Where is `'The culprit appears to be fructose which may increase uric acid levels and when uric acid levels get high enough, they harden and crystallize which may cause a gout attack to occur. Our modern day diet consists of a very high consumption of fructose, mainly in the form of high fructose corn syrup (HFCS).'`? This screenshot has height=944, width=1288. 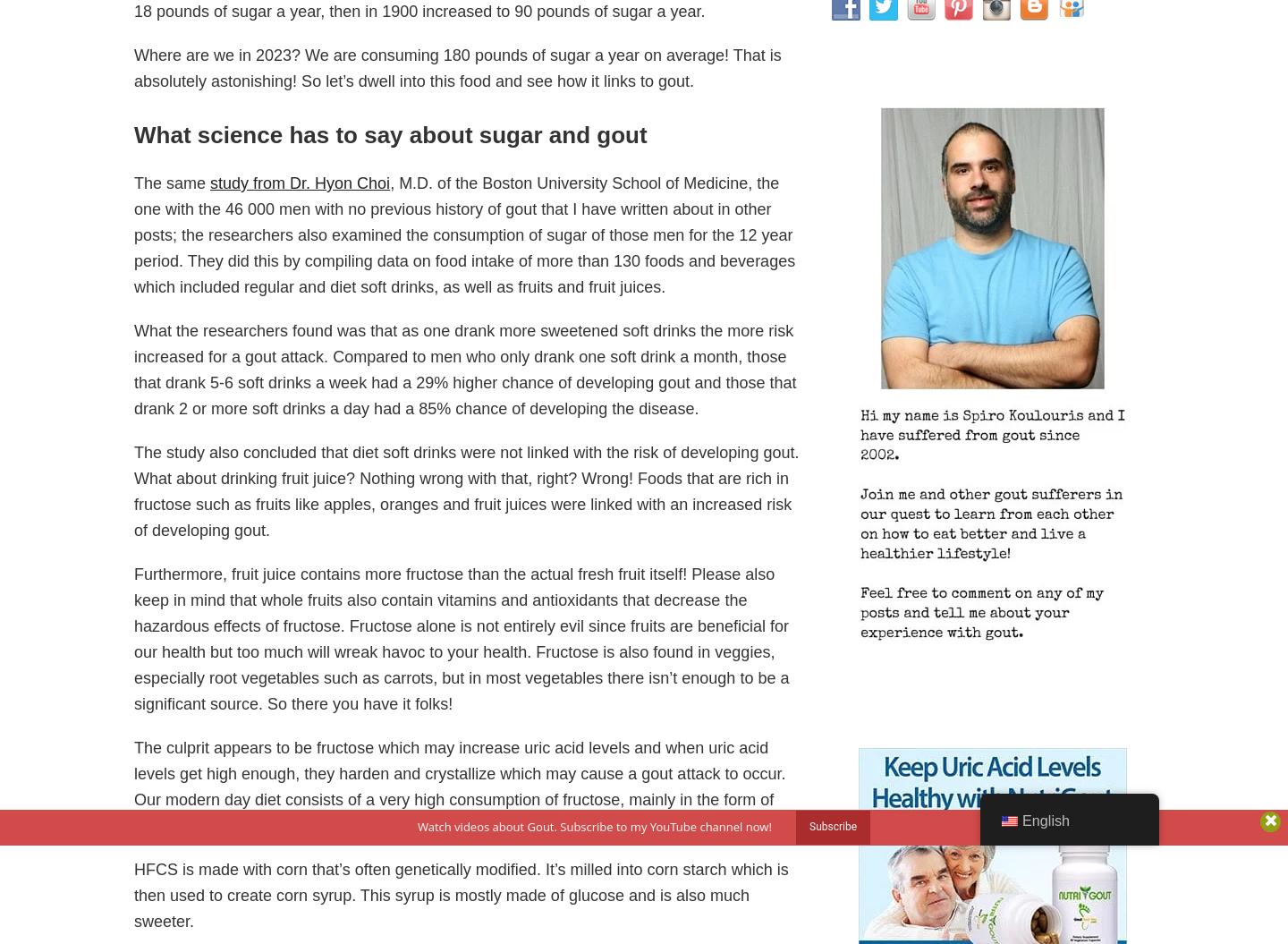 'The culprit appears to be fructose which may increase uric acid levels and when uric acid levels get high enough, they harden and crystallize which may cause a gout attack to occur. Our modern day diet consists of a very high consumption of fructose, mainly in the form of high fructose corn syrup (HFCS).' is located at coordinates (458, 787).